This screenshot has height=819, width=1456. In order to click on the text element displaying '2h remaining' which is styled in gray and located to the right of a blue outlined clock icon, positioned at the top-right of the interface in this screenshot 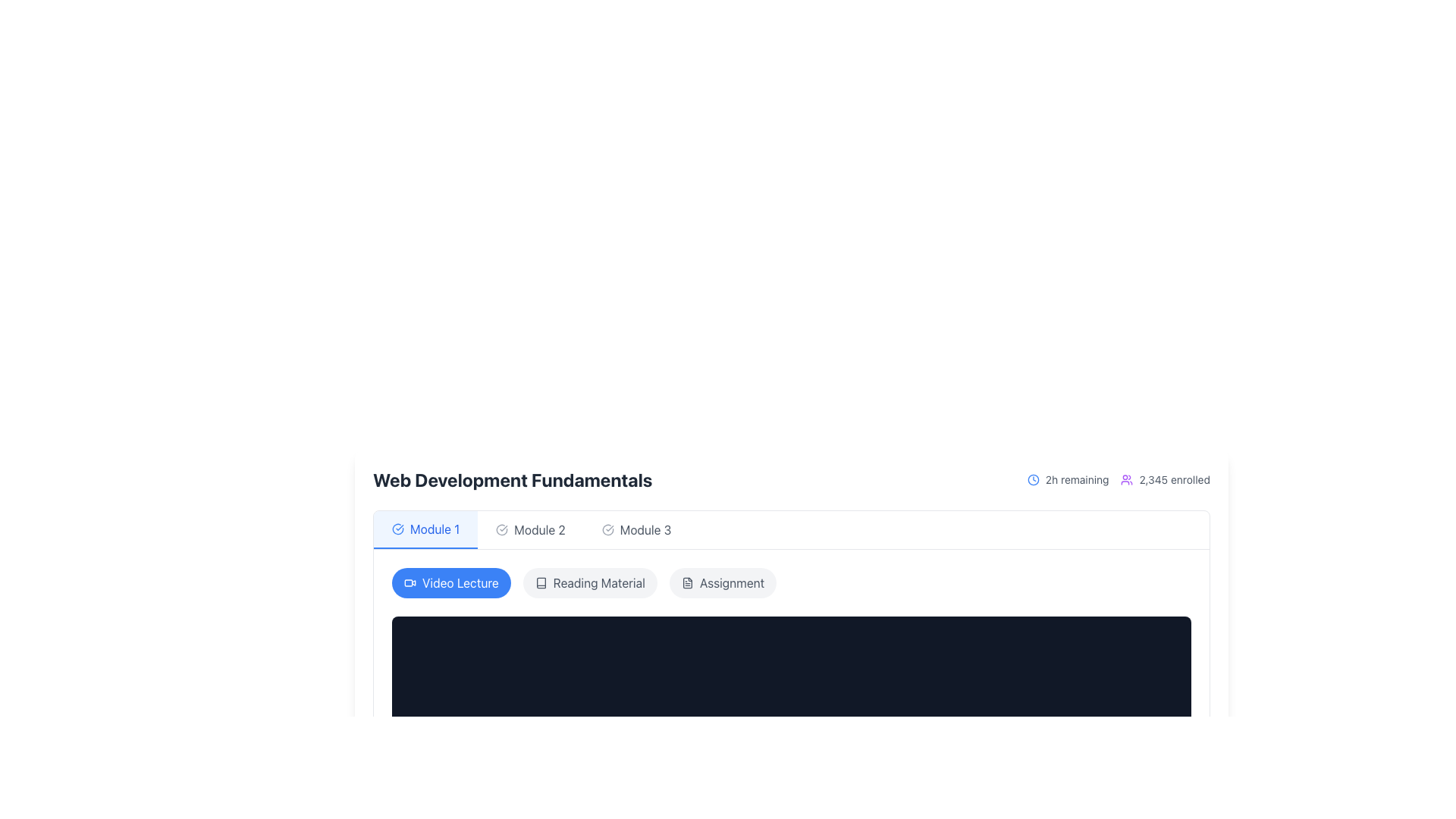, I will do `click(1067, 479)`.